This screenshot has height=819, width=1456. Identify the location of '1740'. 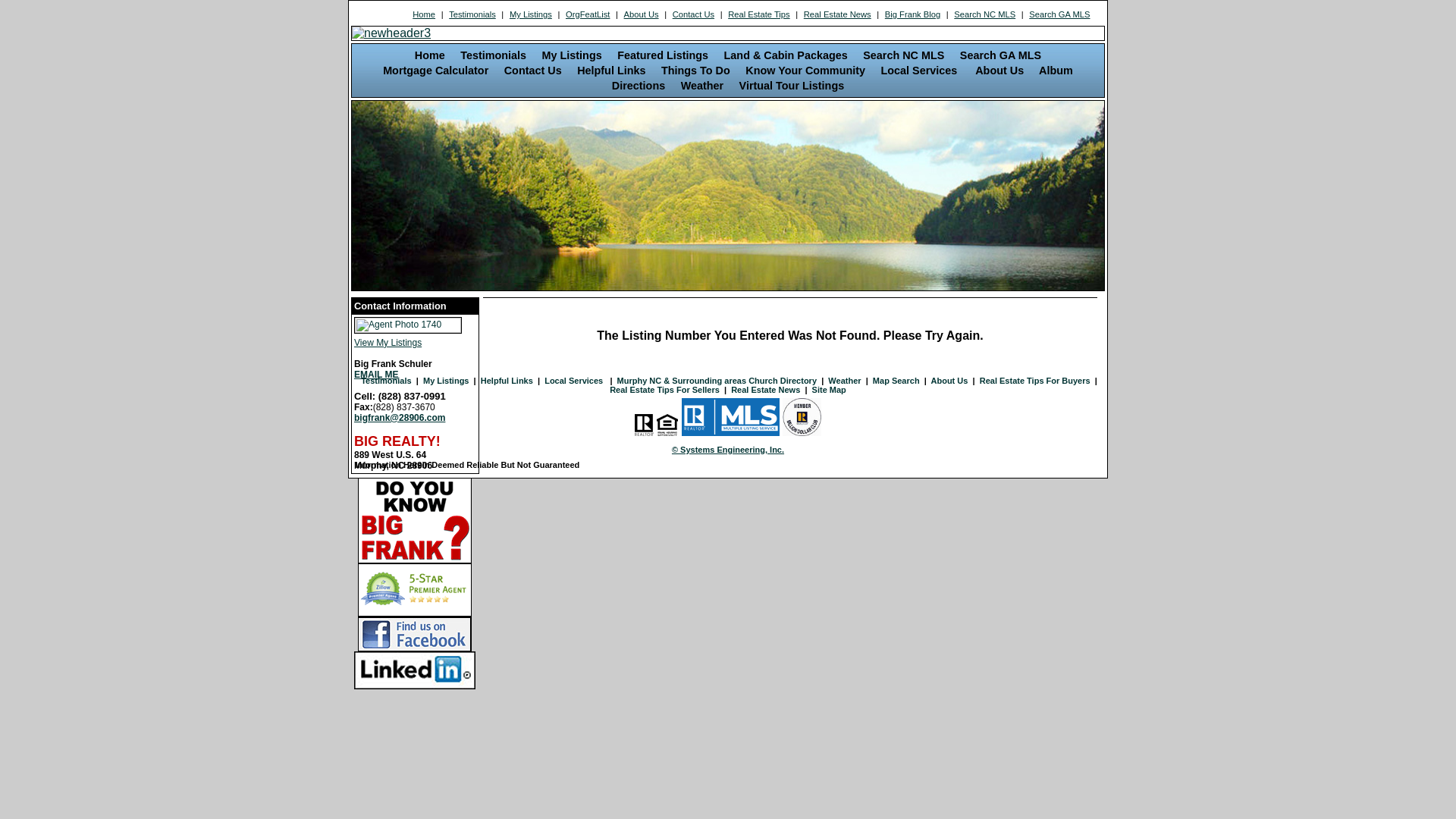
(407, 324).